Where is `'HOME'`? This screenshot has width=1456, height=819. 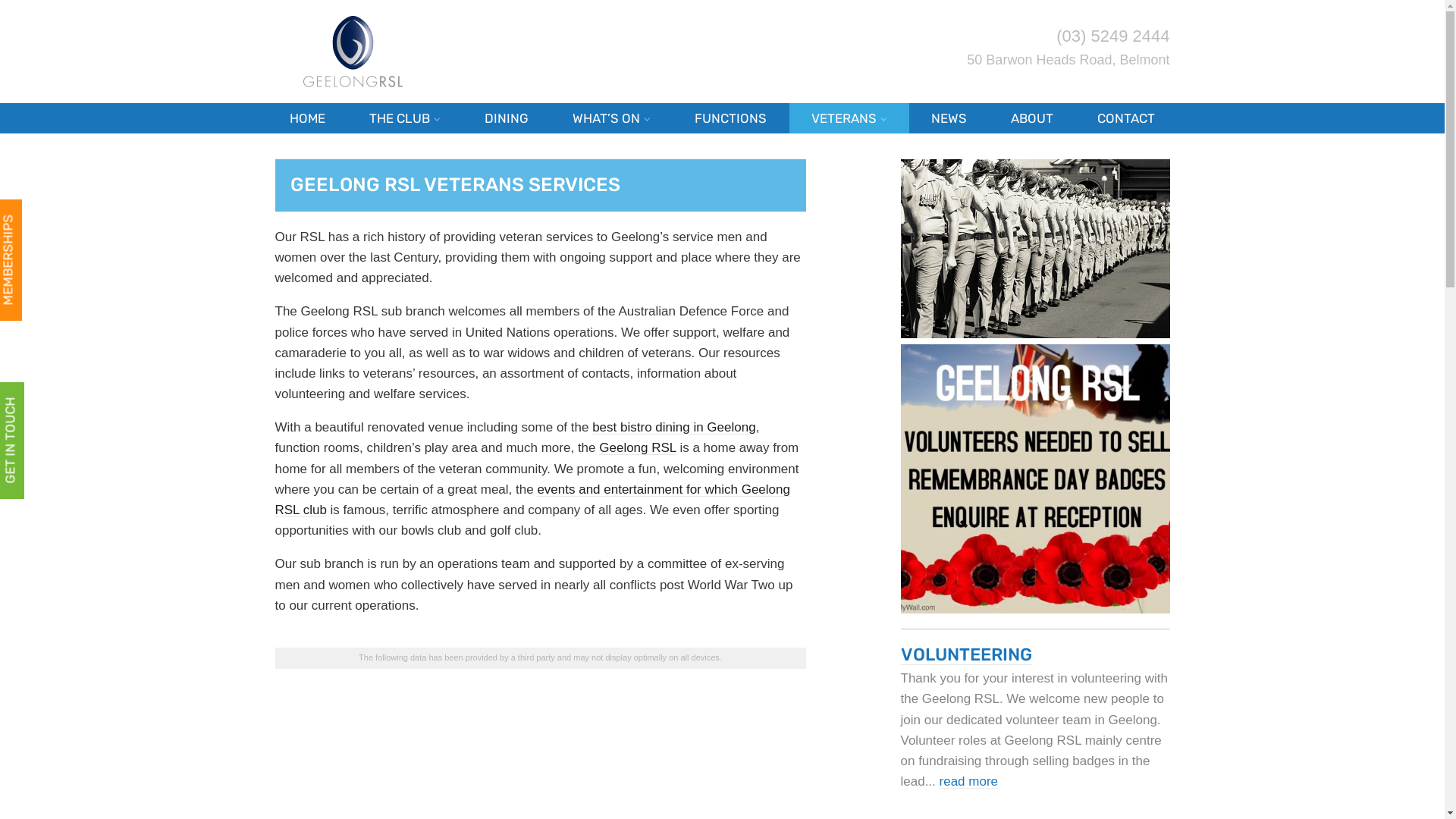
'HOME' is located at coordinates (306, 117).